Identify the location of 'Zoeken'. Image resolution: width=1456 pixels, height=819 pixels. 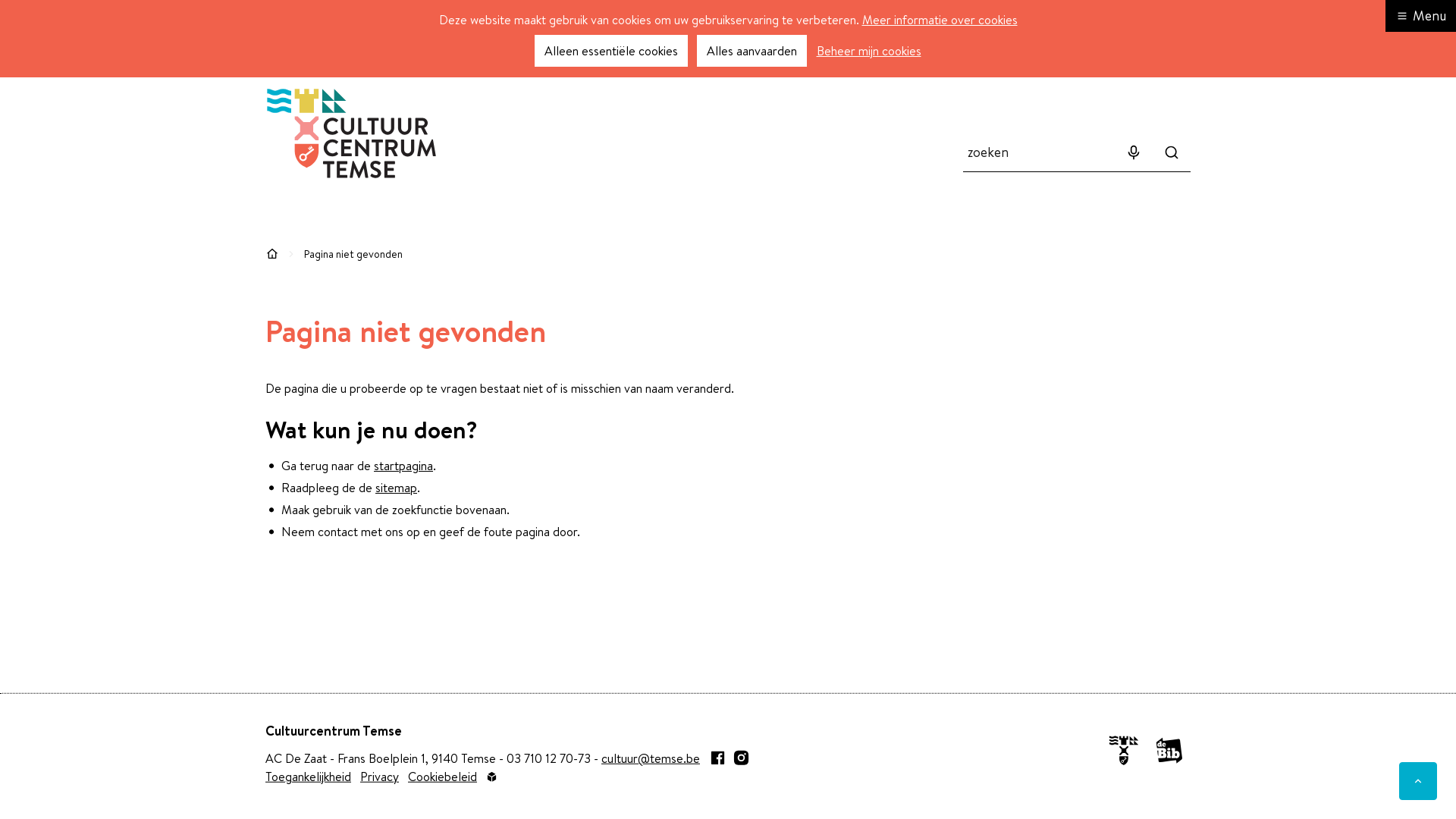
(1171, 152).